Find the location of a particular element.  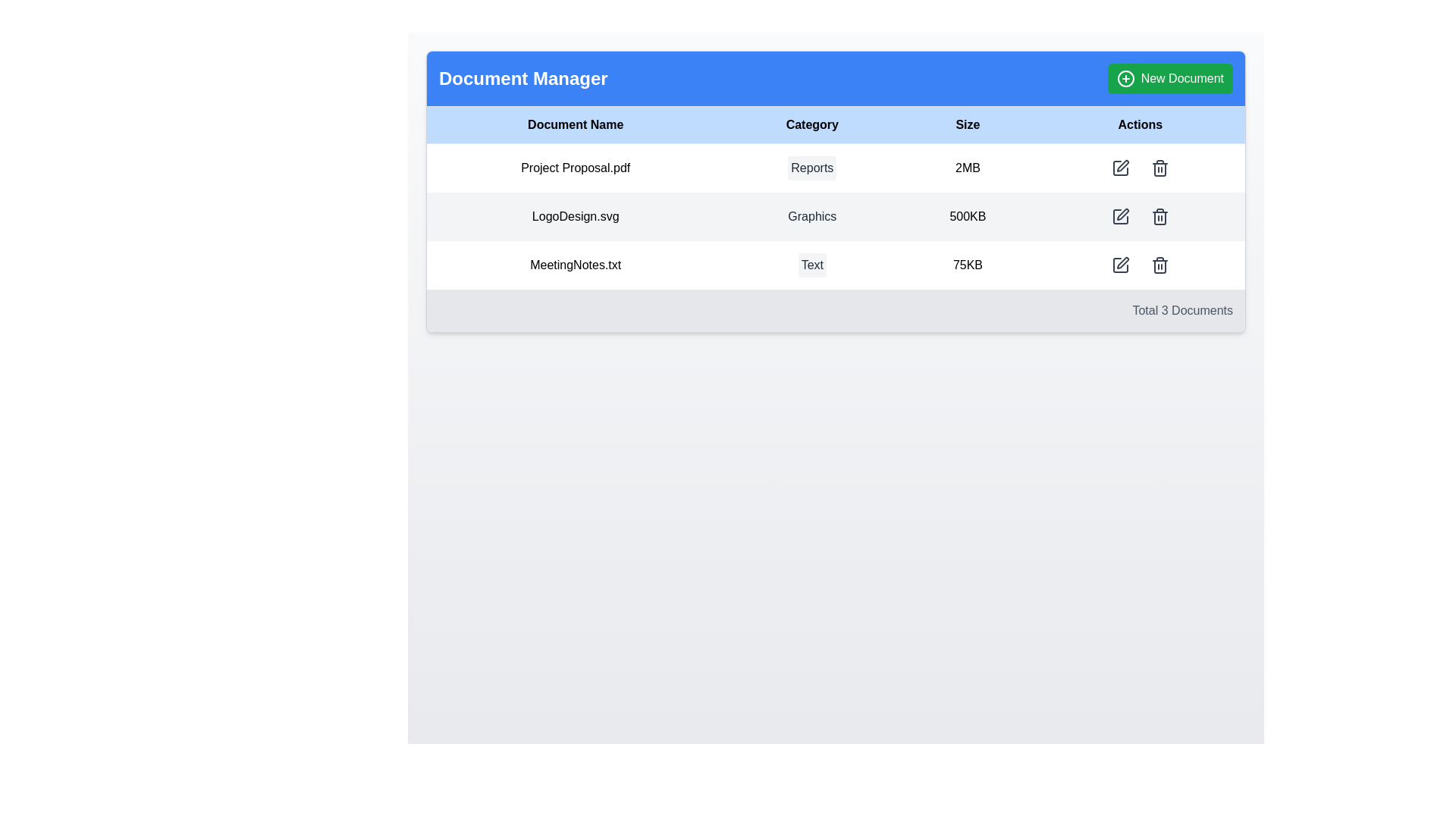

the Icon Button located in the 'Actions' column, second row, corresponding to the 'LogoDesign.svg' document is located at coordinates (1122, 214).